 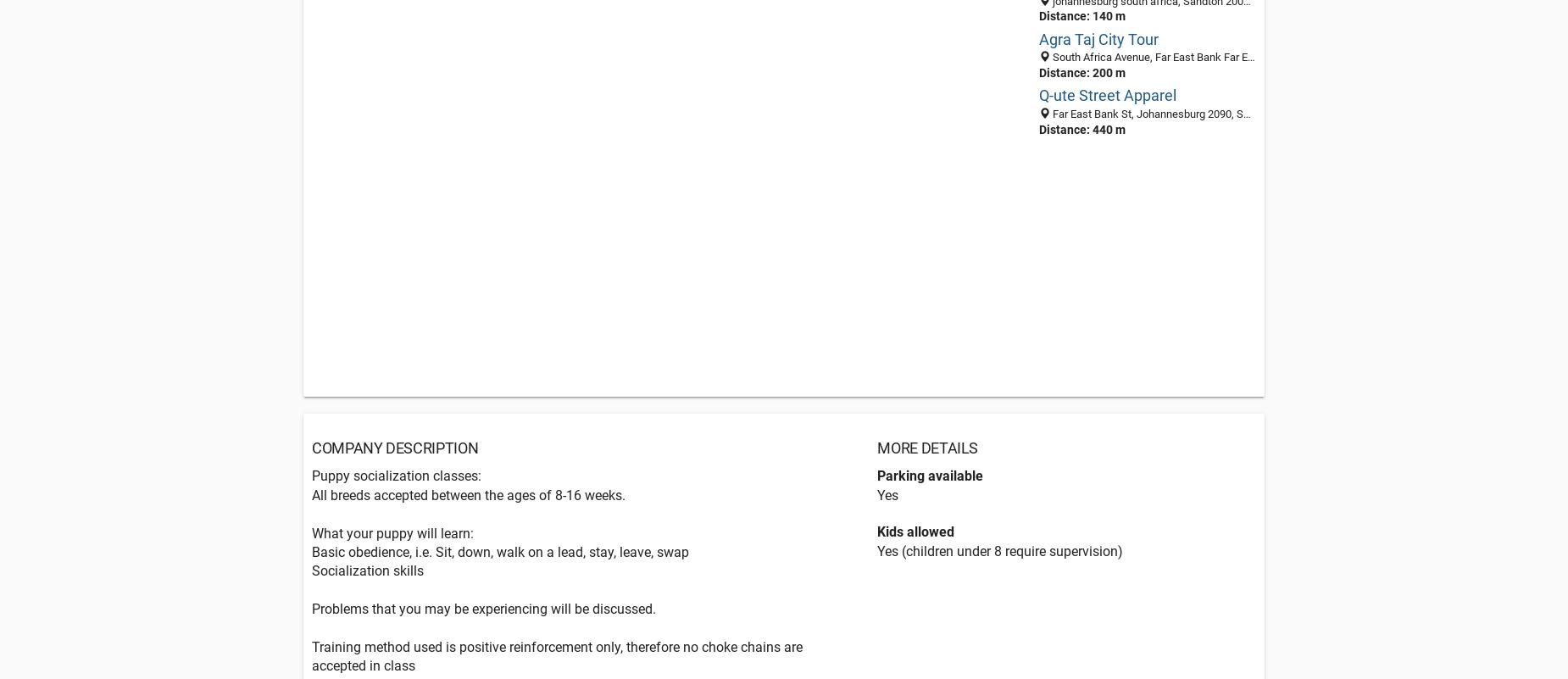 What do you see at coordinates (1097, 37) in the screenshot?
I see `'Agra Taj City Tour'` at bounding box center [1097, 37].